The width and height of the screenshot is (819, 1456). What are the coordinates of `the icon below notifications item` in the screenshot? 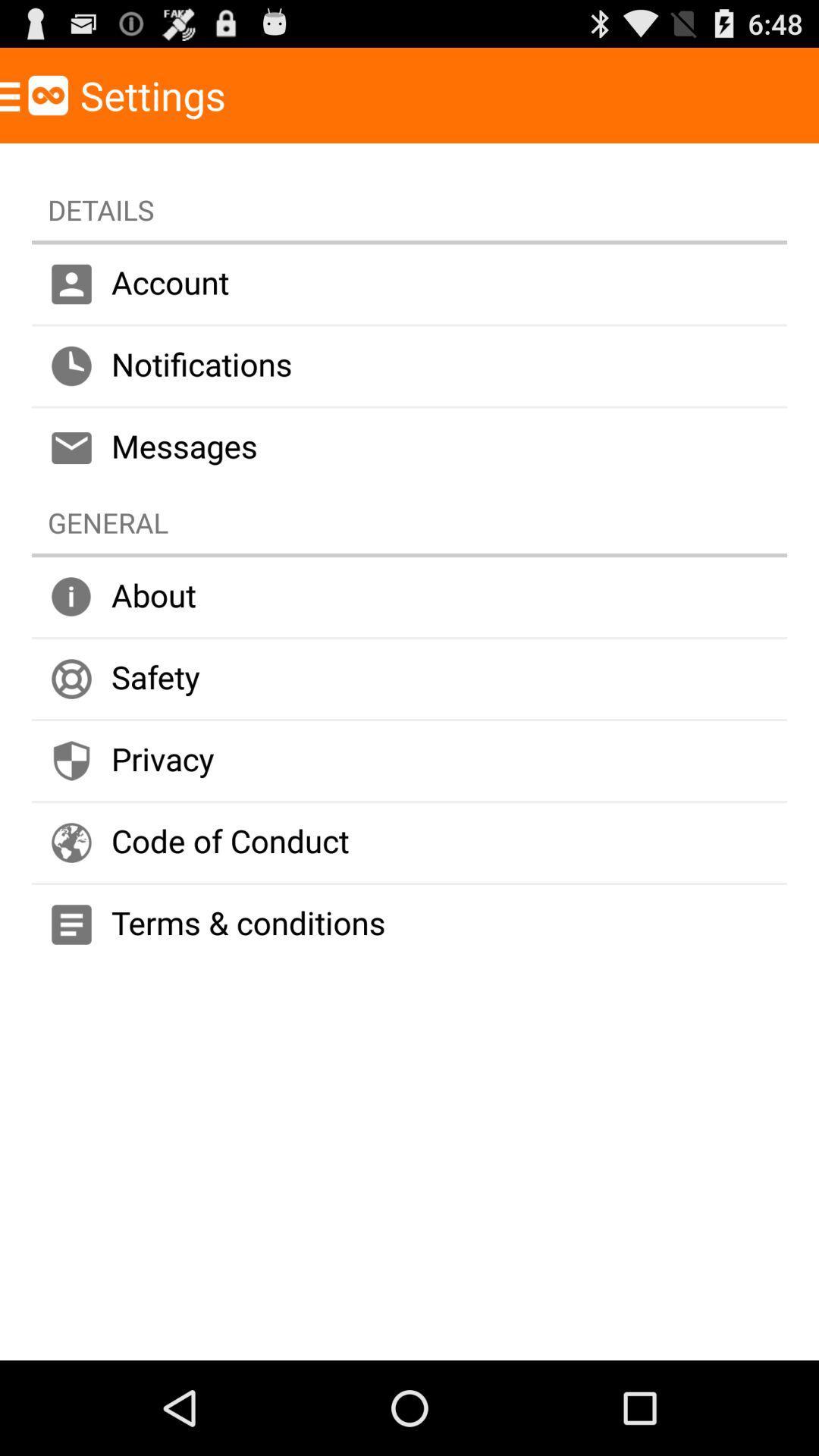 It's located at (409, 447).